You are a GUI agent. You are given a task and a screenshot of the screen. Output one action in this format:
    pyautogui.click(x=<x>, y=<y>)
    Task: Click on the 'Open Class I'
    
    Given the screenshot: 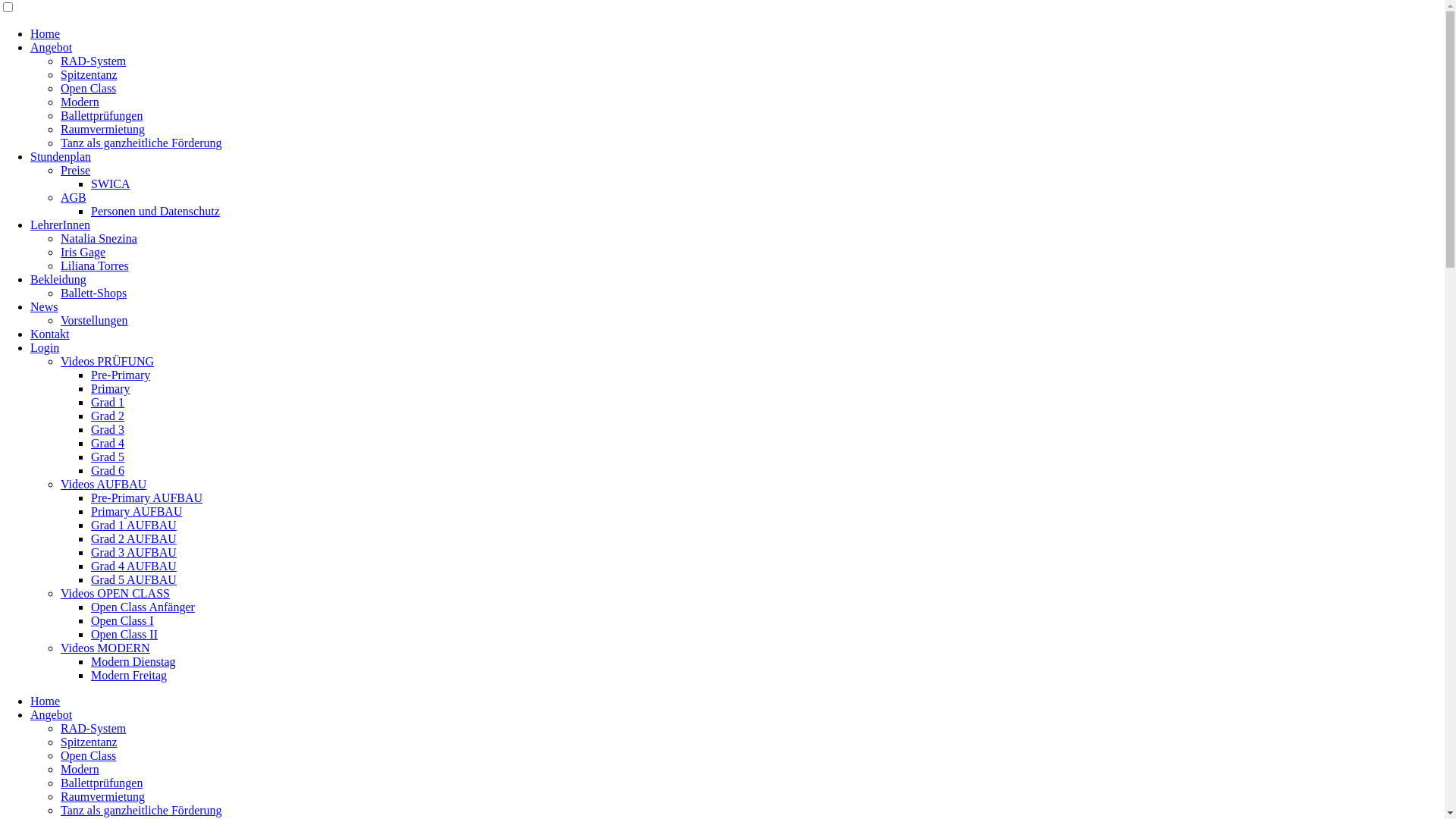 What is the action you would take?
    pyautogui.click(x=122, y=620)
    